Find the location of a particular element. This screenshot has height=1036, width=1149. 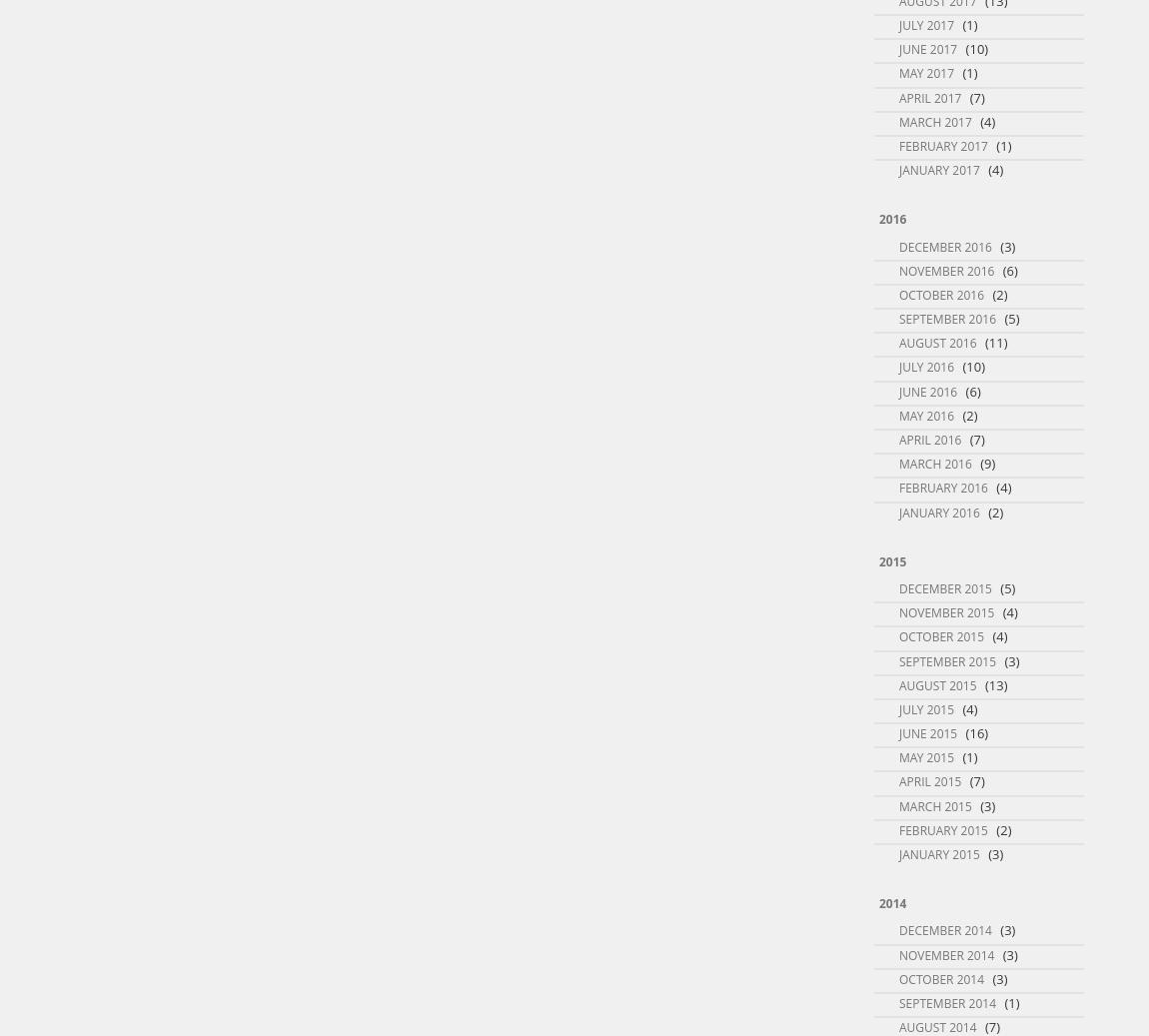

'2016' is located at coordinates (892, 218).